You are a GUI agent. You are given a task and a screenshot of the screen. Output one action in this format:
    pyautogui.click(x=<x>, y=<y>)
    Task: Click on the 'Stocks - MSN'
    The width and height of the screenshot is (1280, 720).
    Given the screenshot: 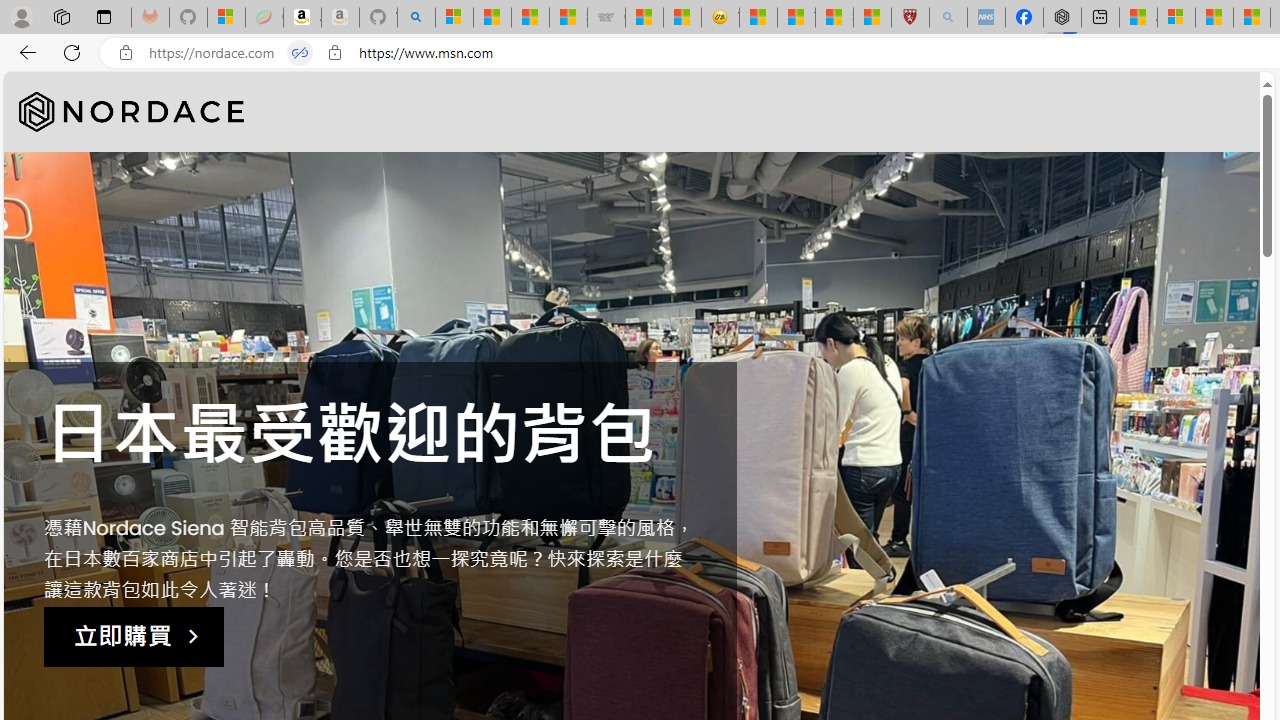 What is the action you would take?
    pyautogui.click(x=567, y=17)
    